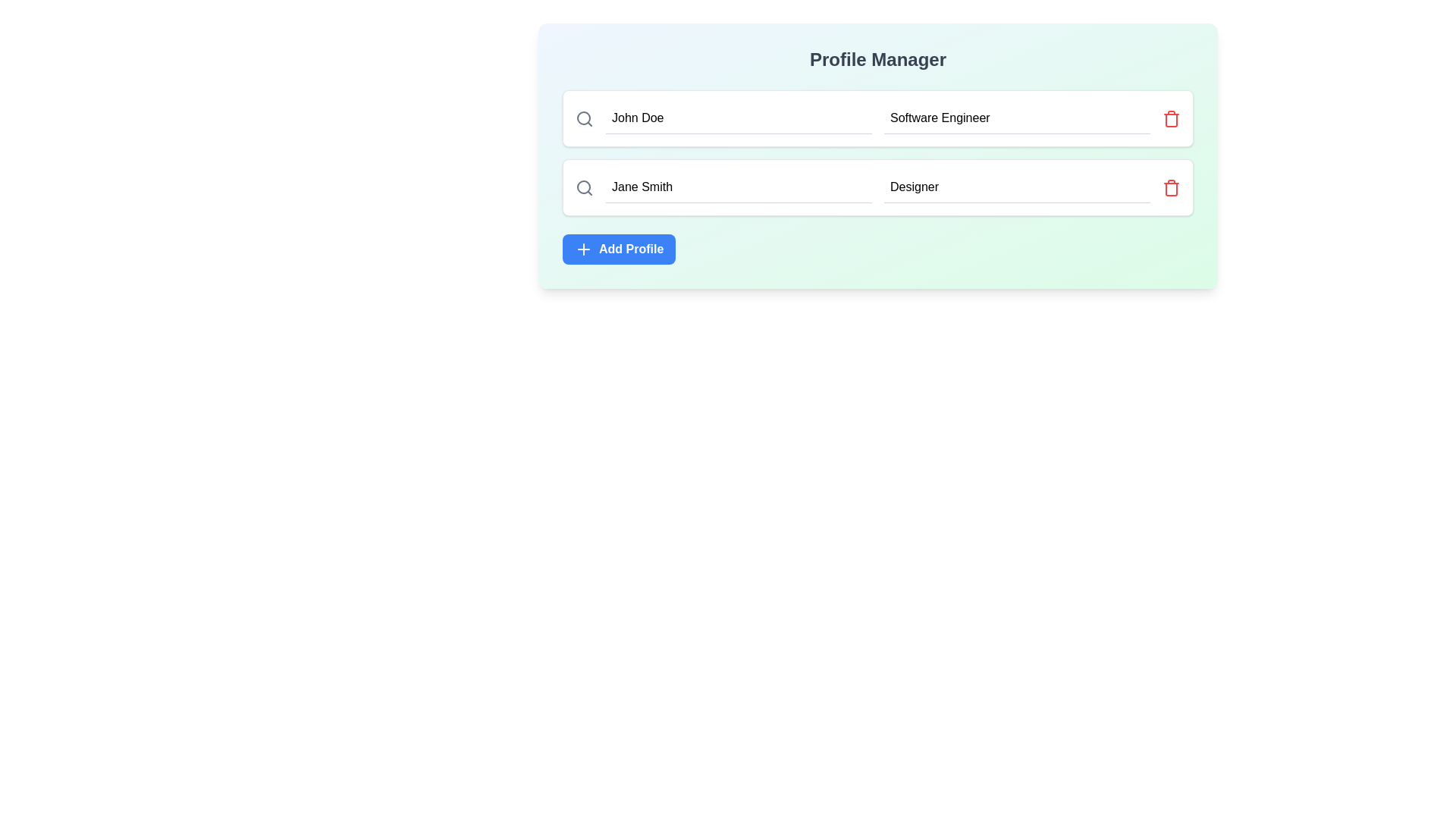 This screenshot has width=1456, height=819. I want to click on the red trash icon button located at the far right of the profile editor row, so click(1171, 187).